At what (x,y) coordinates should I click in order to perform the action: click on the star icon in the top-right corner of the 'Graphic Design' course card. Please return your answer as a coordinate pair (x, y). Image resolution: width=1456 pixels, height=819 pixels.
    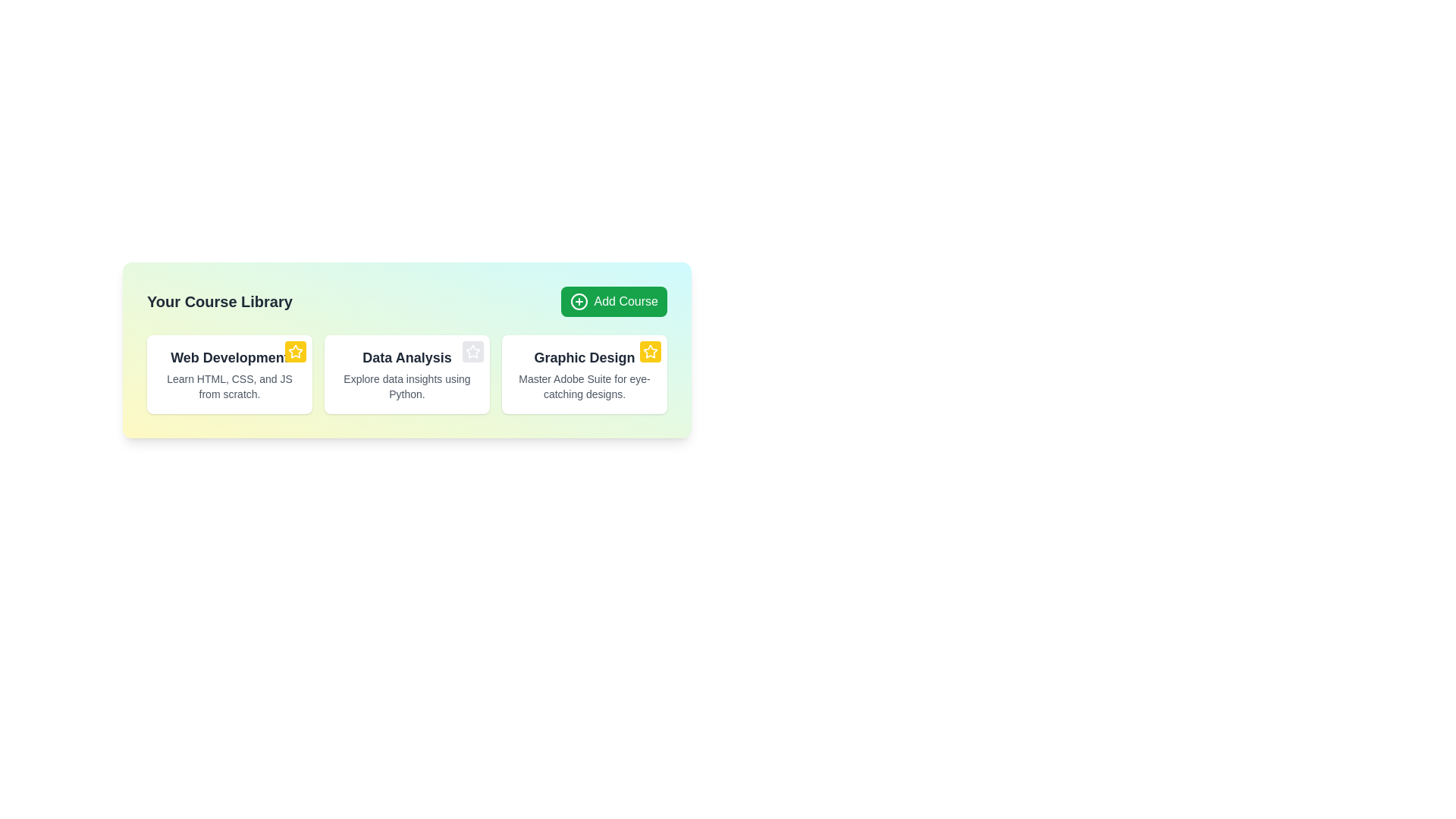
    Looking at the image, I should click on (584, 374).